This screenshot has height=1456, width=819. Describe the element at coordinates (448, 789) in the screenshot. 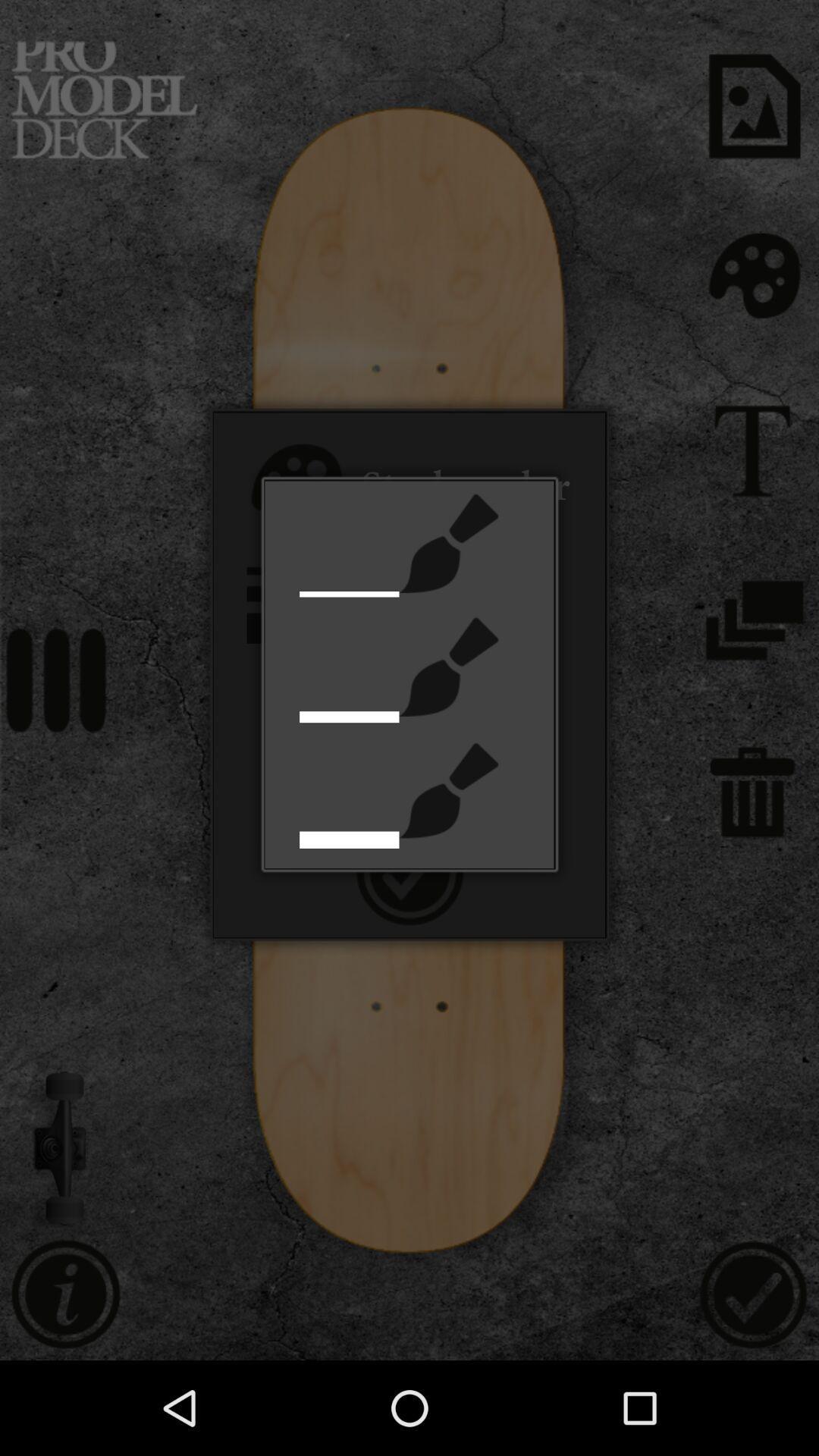

I see `paintbrush options` at that location.